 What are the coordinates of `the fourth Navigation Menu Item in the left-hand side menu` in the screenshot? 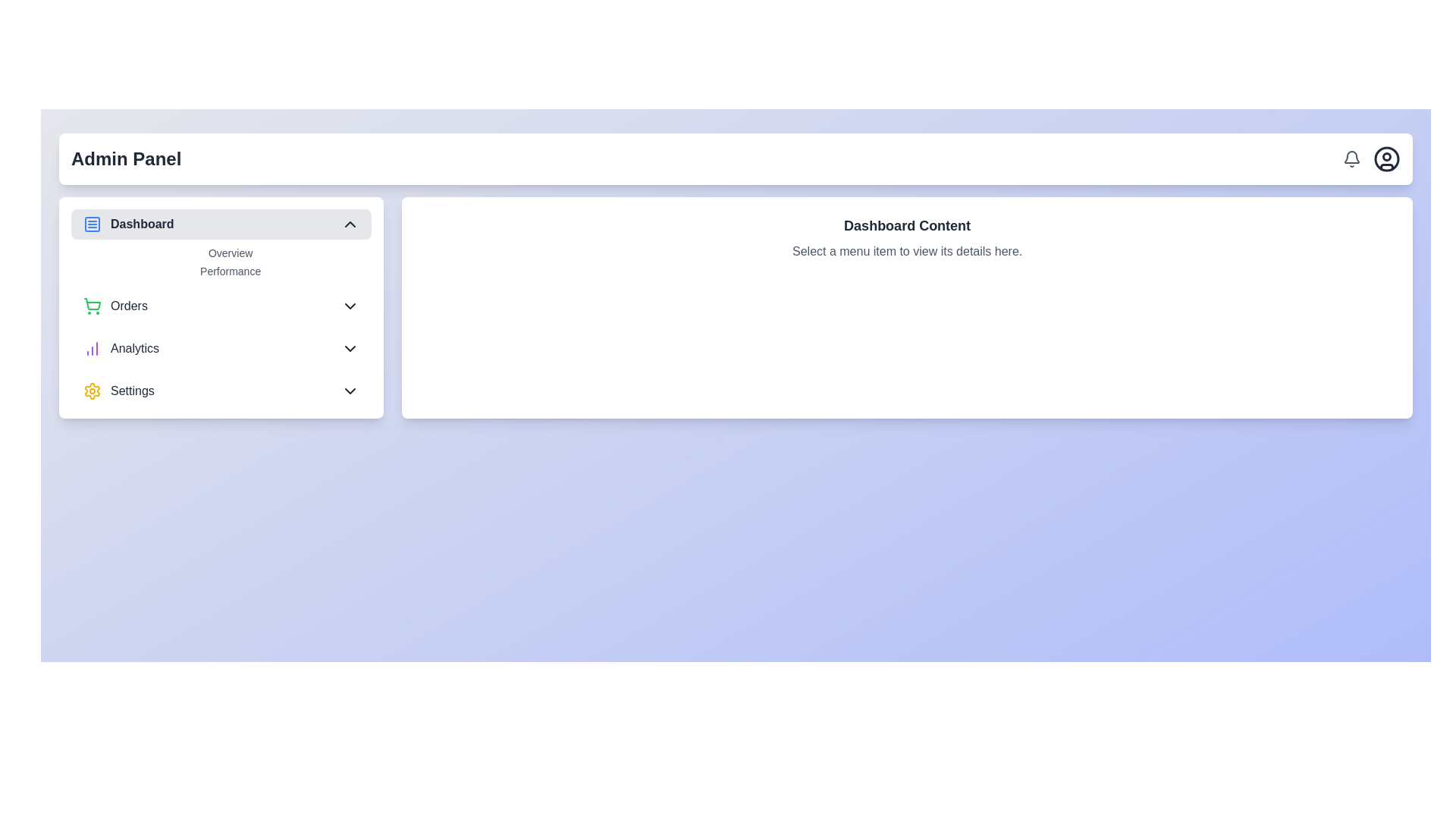 It's located at (118, 391).